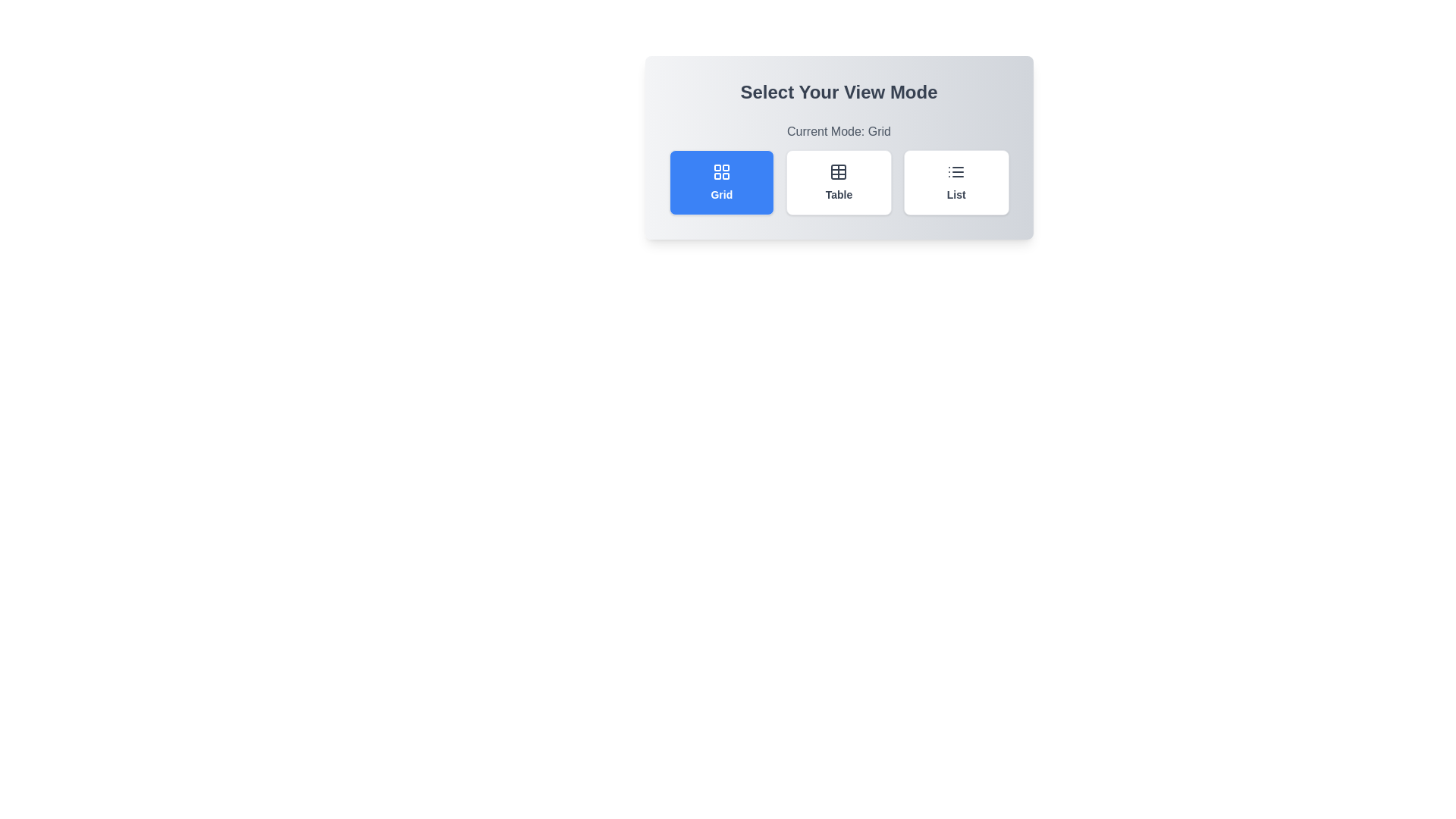  I want to click on static text label displaying the currently selected mode, which is located to the right of 'Current Mode:' and shows 'Grid', so click(879, 130).